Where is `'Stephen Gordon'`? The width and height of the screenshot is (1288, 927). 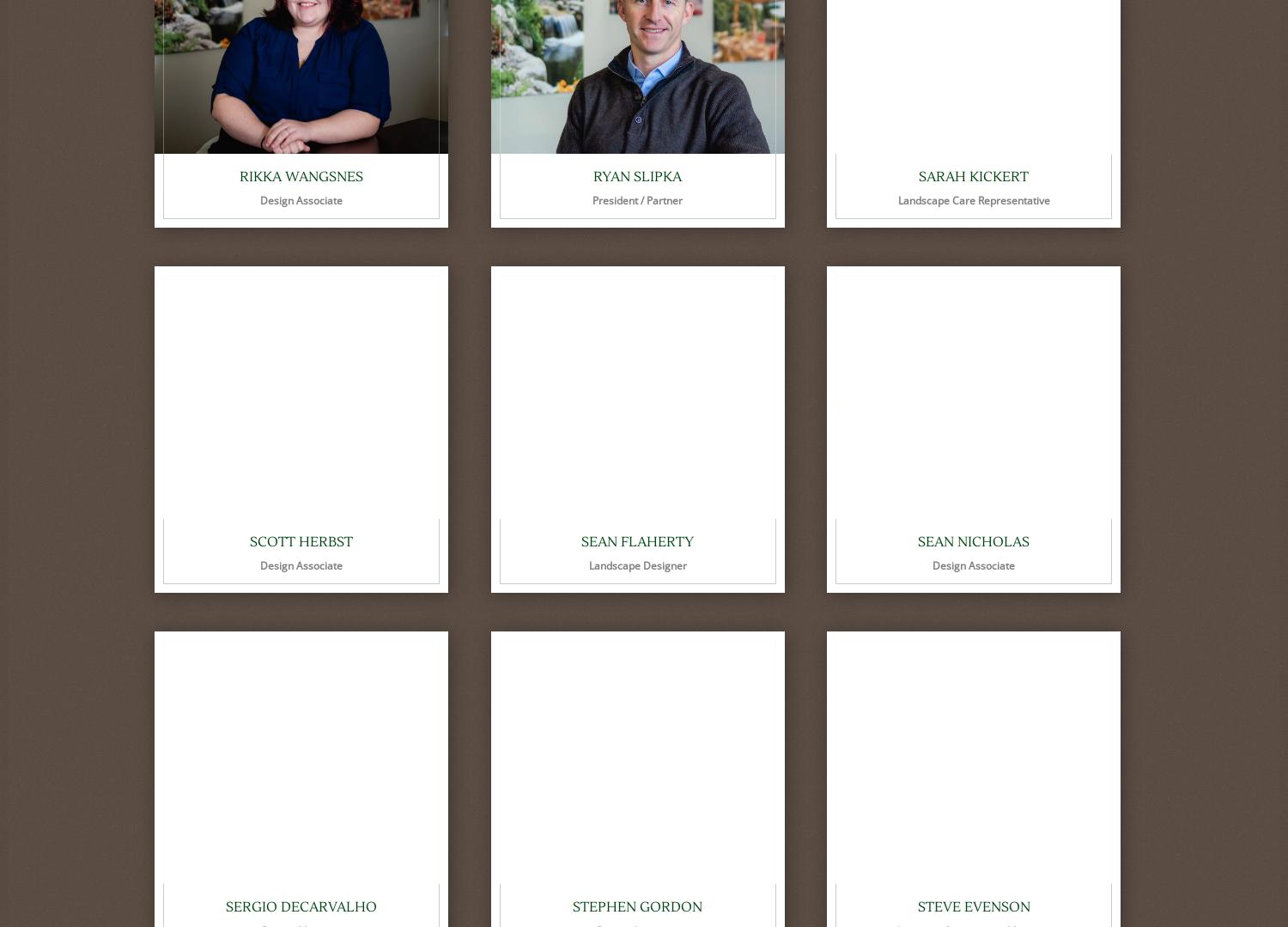 'Stephen Gordon' is located at coordinates (636, 906).